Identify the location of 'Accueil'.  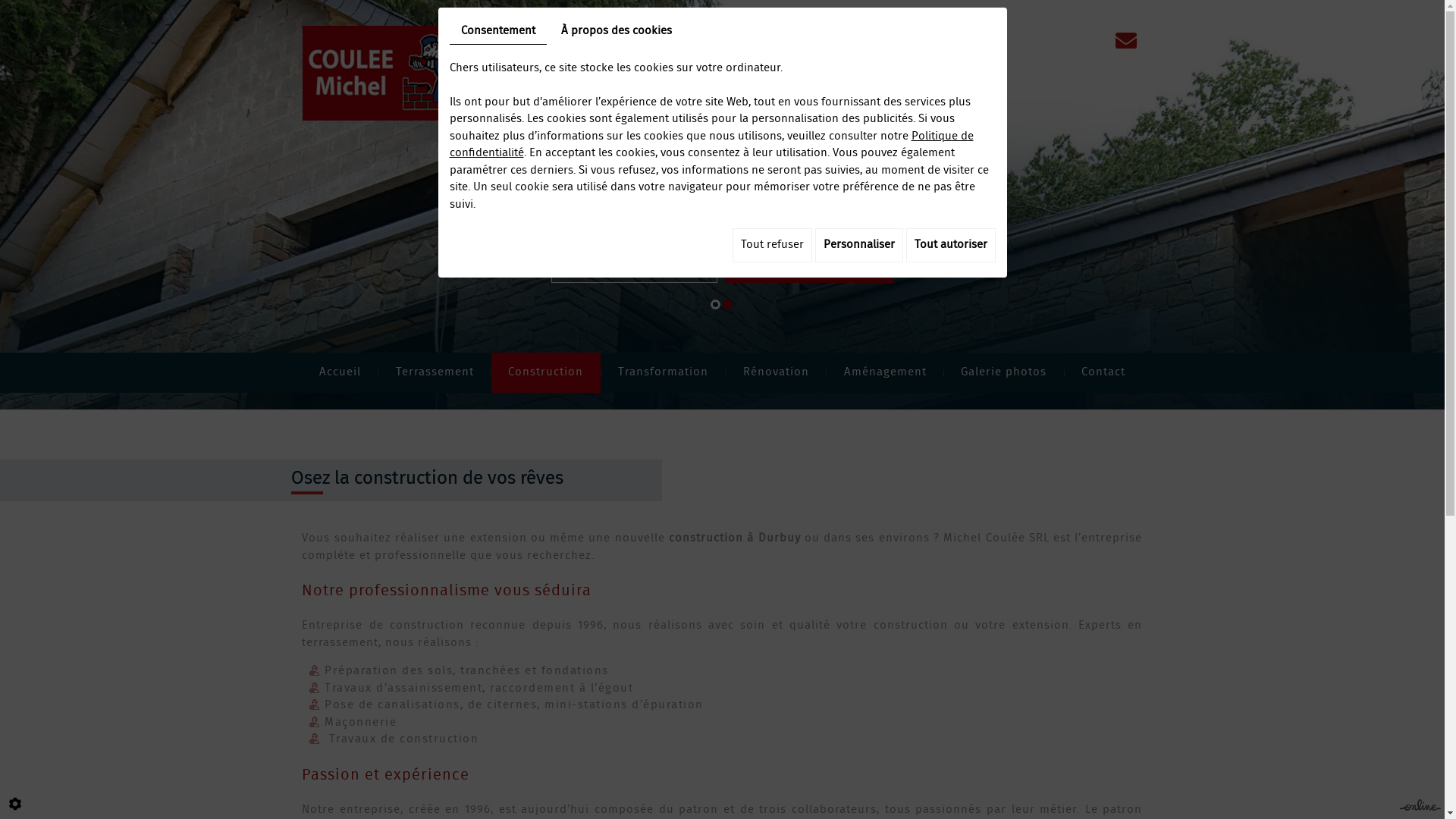
(338, 372).